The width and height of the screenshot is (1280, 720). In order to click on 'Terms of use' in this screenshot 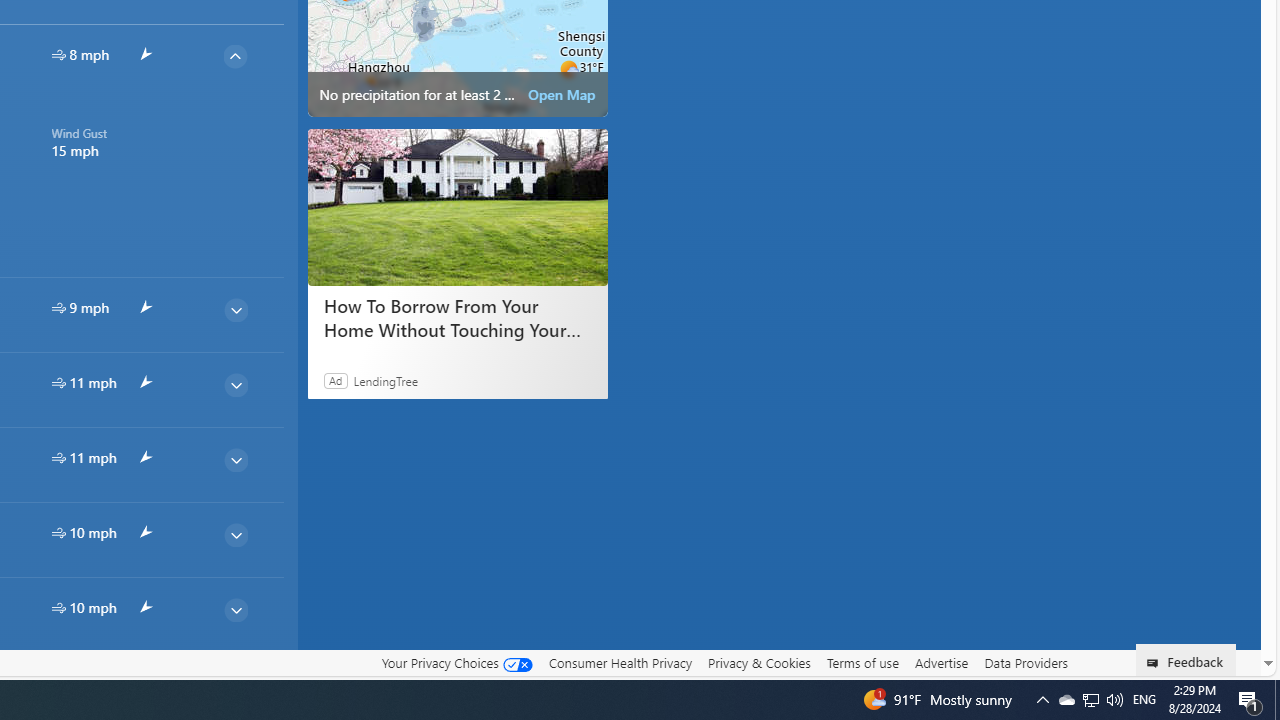, I will do `click(862, 663)`.